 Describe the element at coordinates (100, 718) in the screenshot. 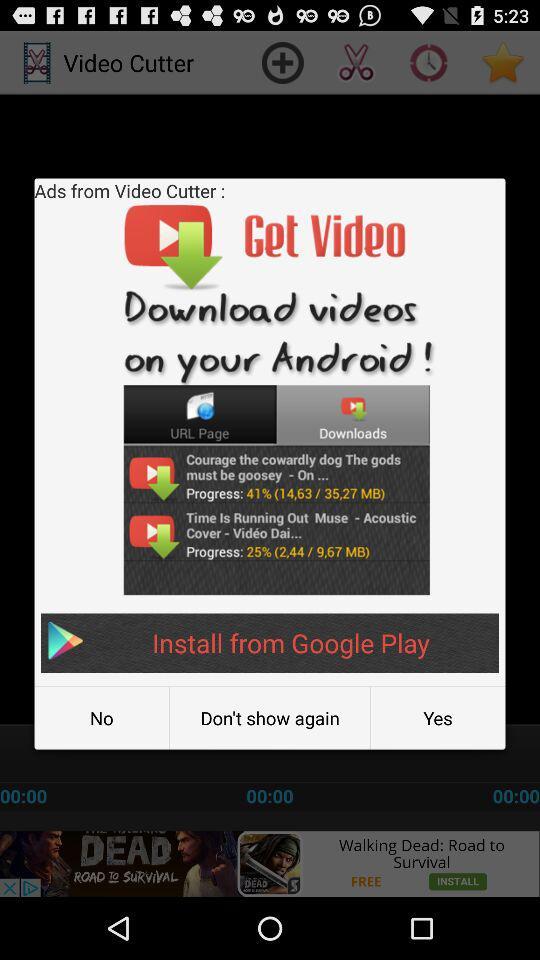

I see `no` at that location.